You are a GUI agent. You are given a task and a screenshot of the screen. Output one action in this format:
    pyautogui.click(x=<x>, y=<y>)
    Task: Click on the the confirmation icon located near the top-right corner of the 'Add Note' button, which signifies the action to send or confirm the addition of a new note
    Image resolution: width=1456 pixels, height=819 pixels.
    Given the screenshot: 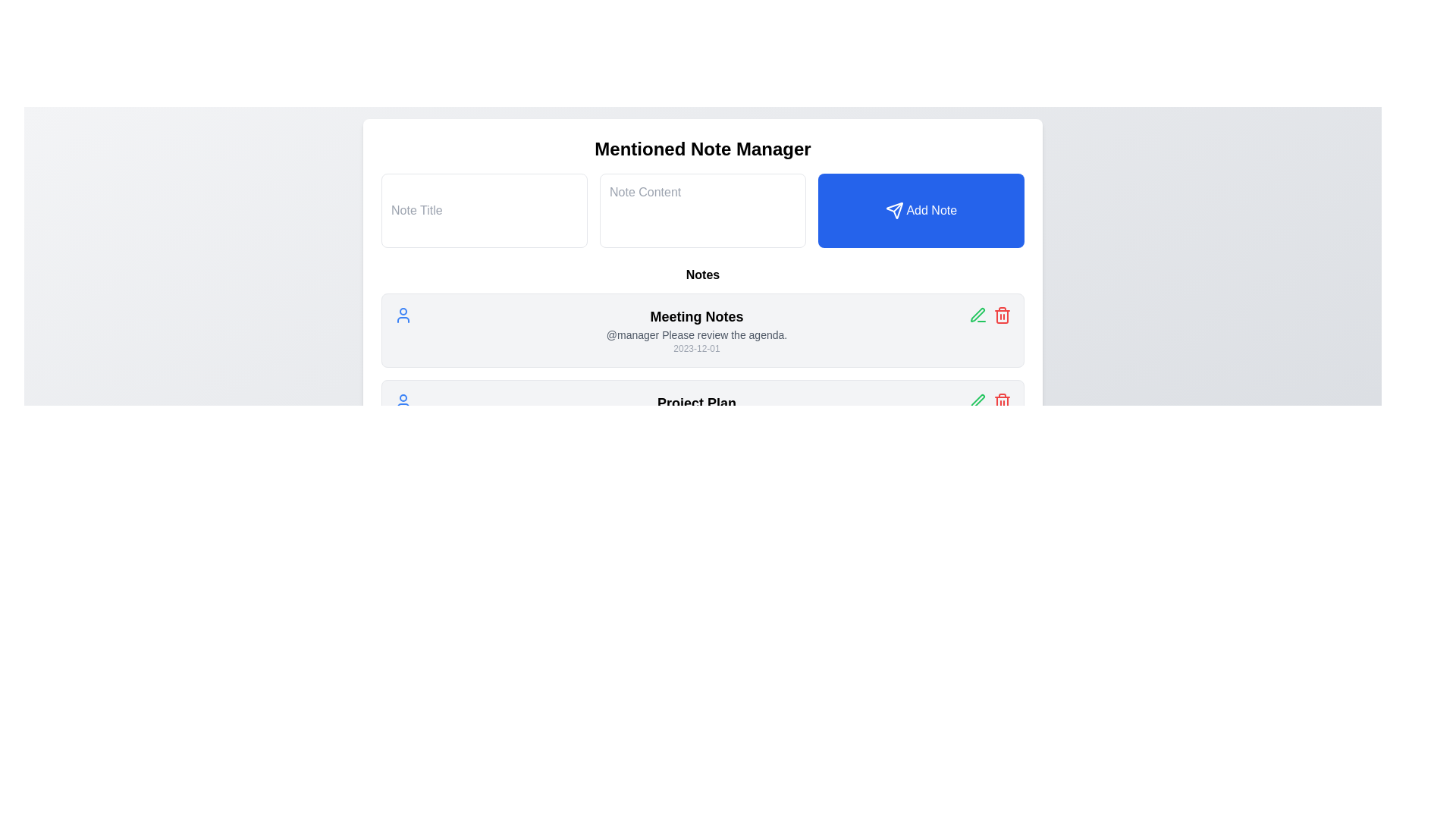 What is the action you would take?
    pyautogui.click(x=894, y=211)
    